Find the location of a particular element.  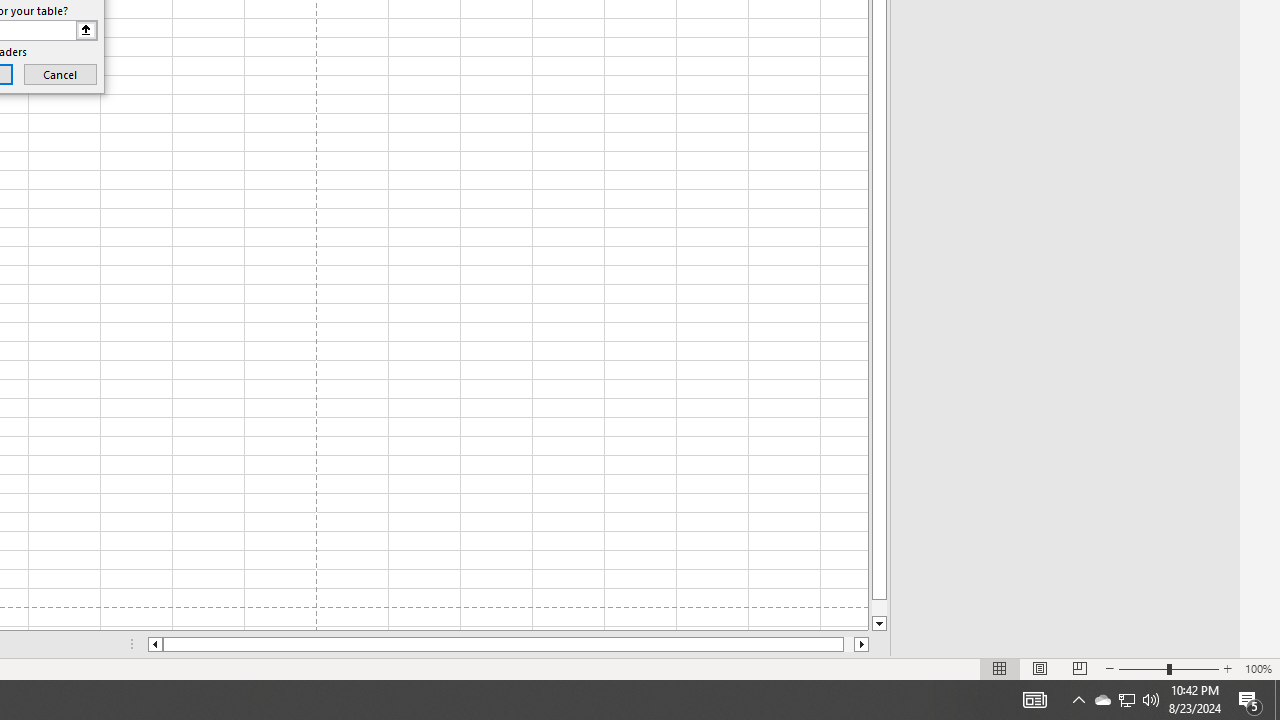

'Zoom' is located at coordinates (1168, 669).